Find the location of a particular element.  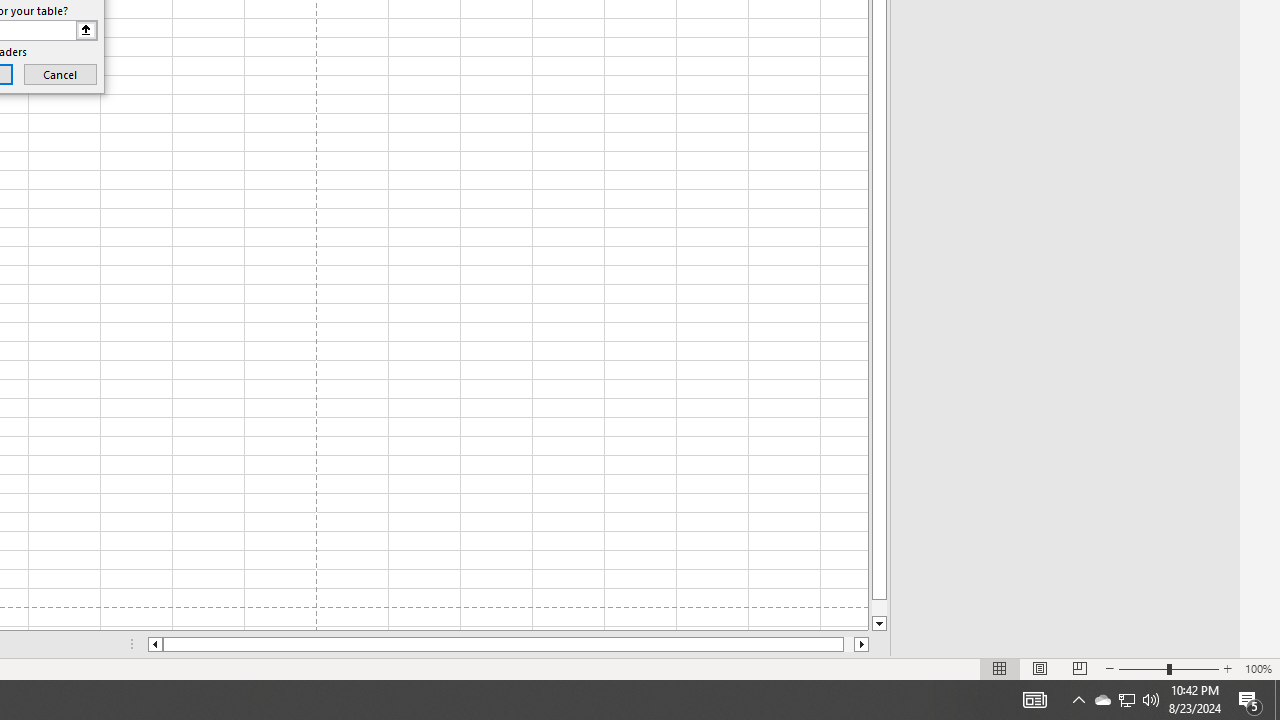

'Zoom' is located at coordinates (1168, 669).